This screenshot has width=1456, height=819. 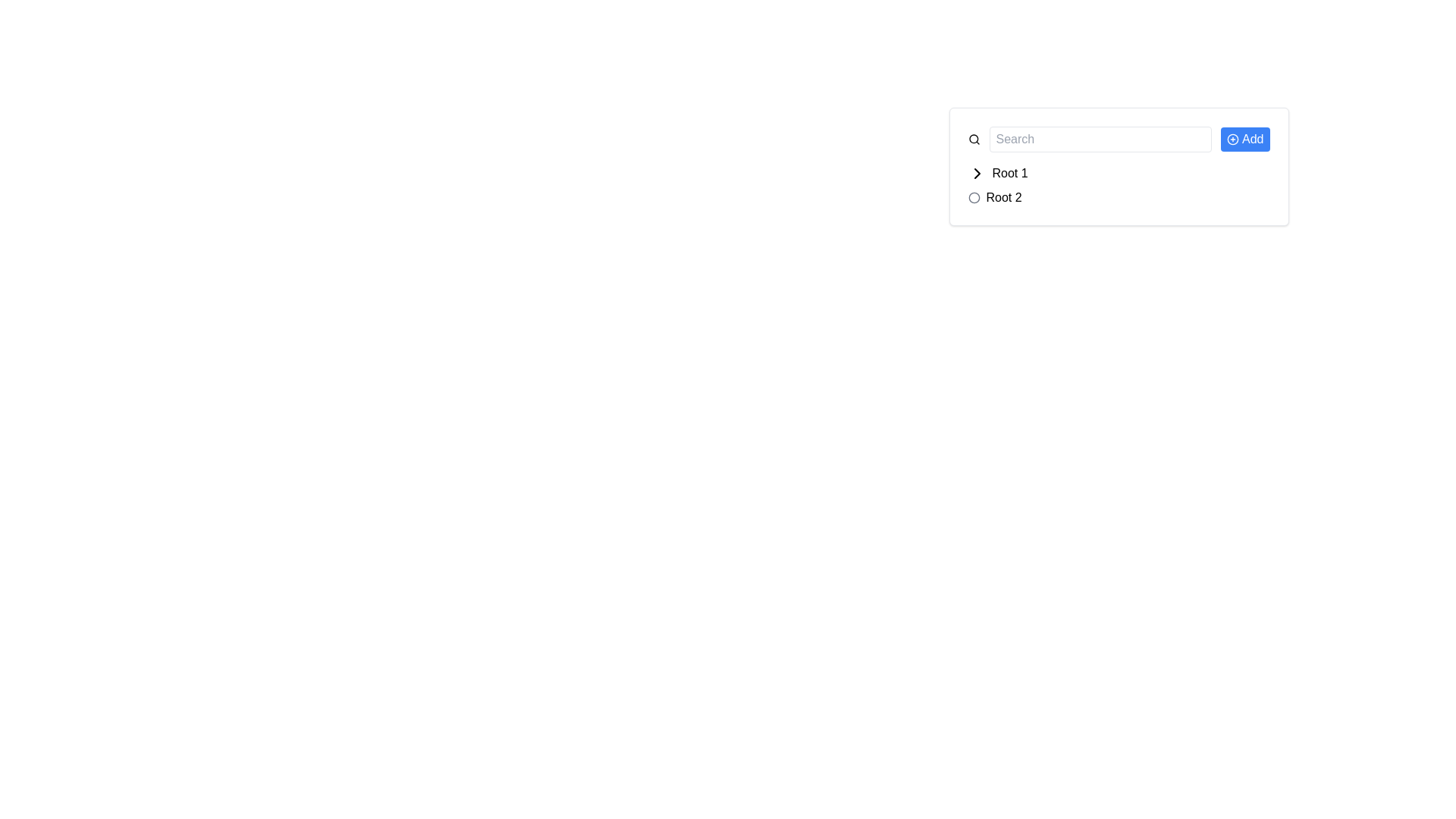 I want to click on the clickable text labeled 'Root 1' for keyboard interaction, so click(x=1010, y=172).